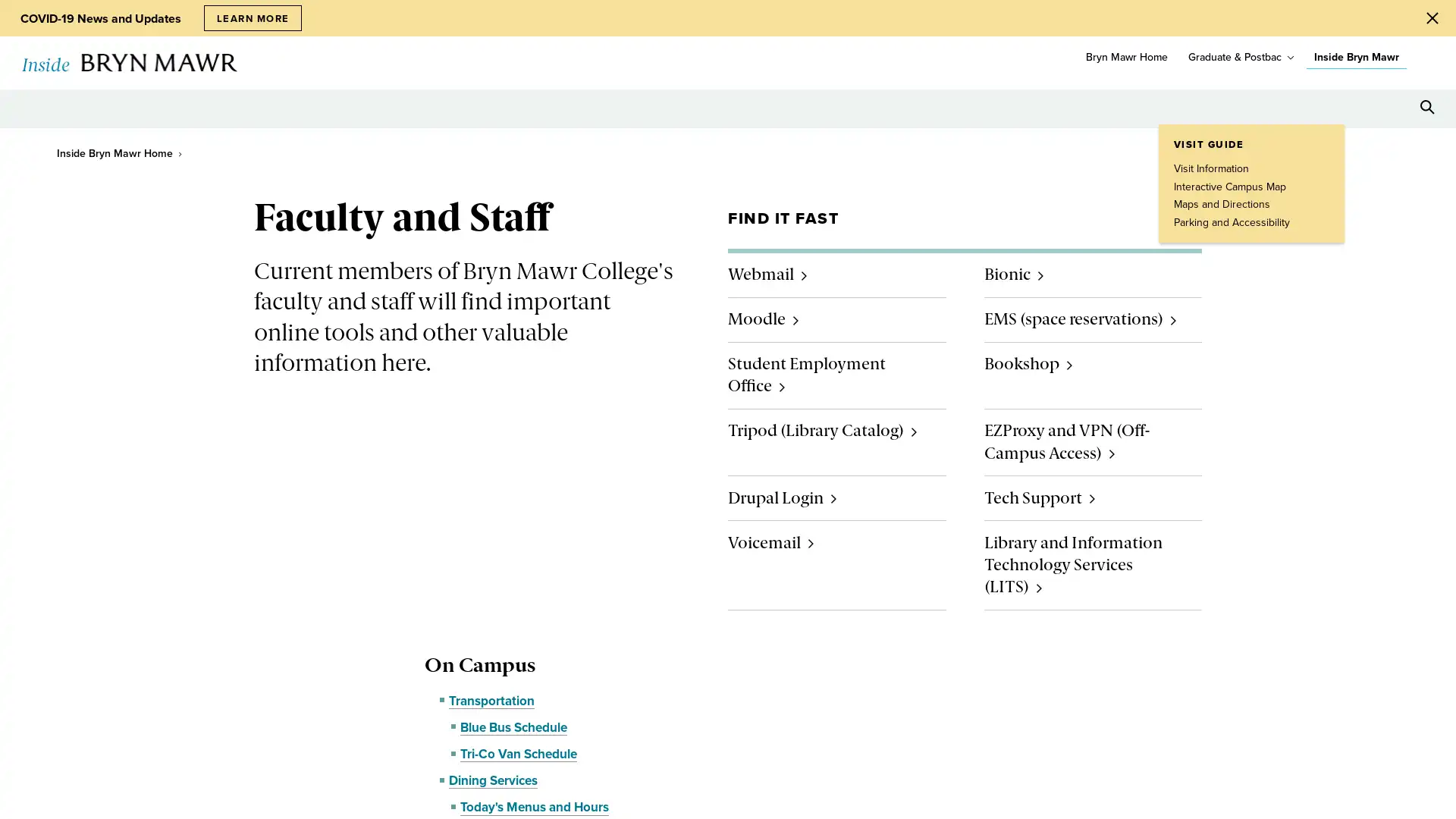 The height and width of the screenshot is (819, 1456). What do you see at coordinates (1235, 56) in the screenshot?
I see `Graduate & Postbac` at bounding box center [1235, 56].